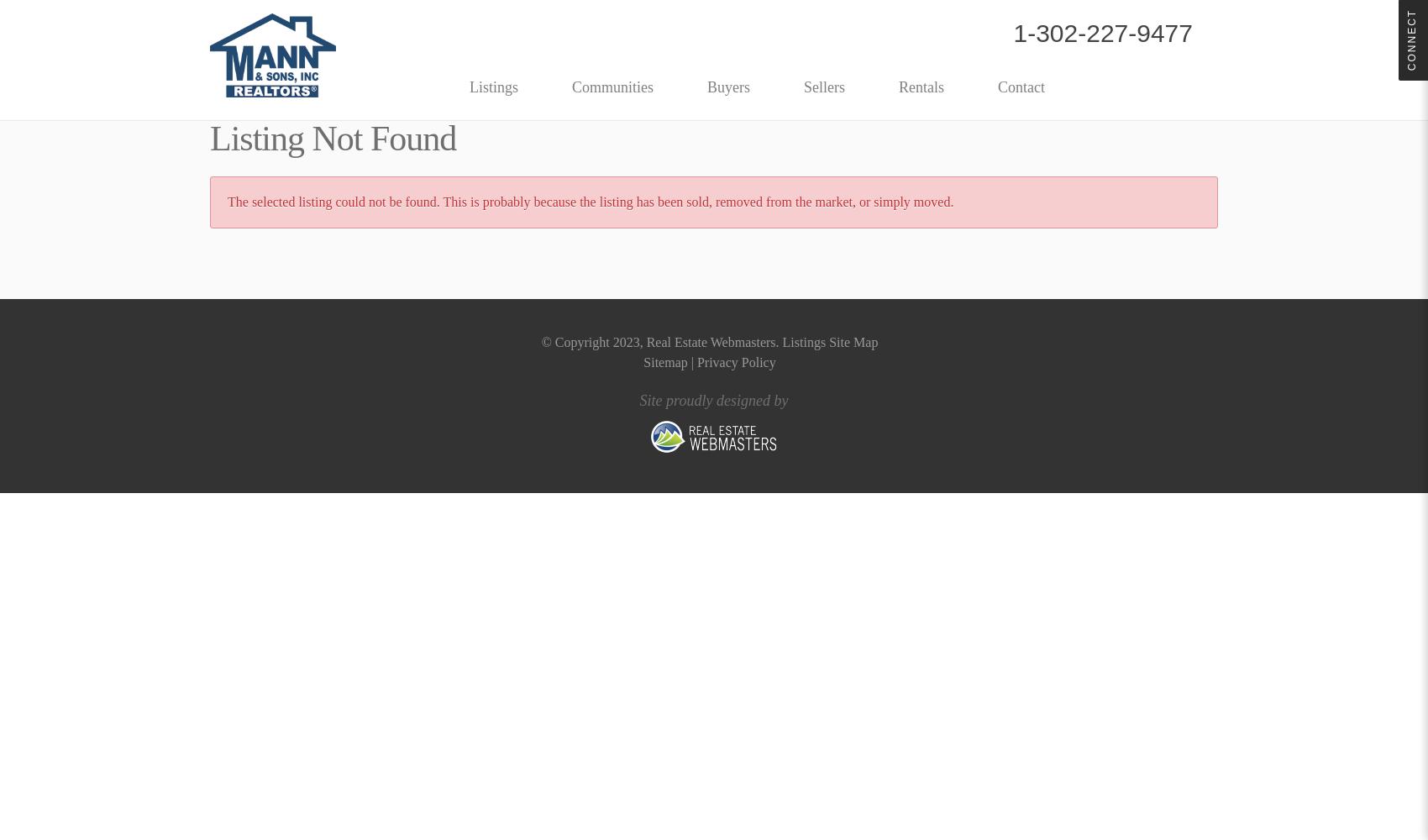  I want to click on 'Listings', so click(493, 87).